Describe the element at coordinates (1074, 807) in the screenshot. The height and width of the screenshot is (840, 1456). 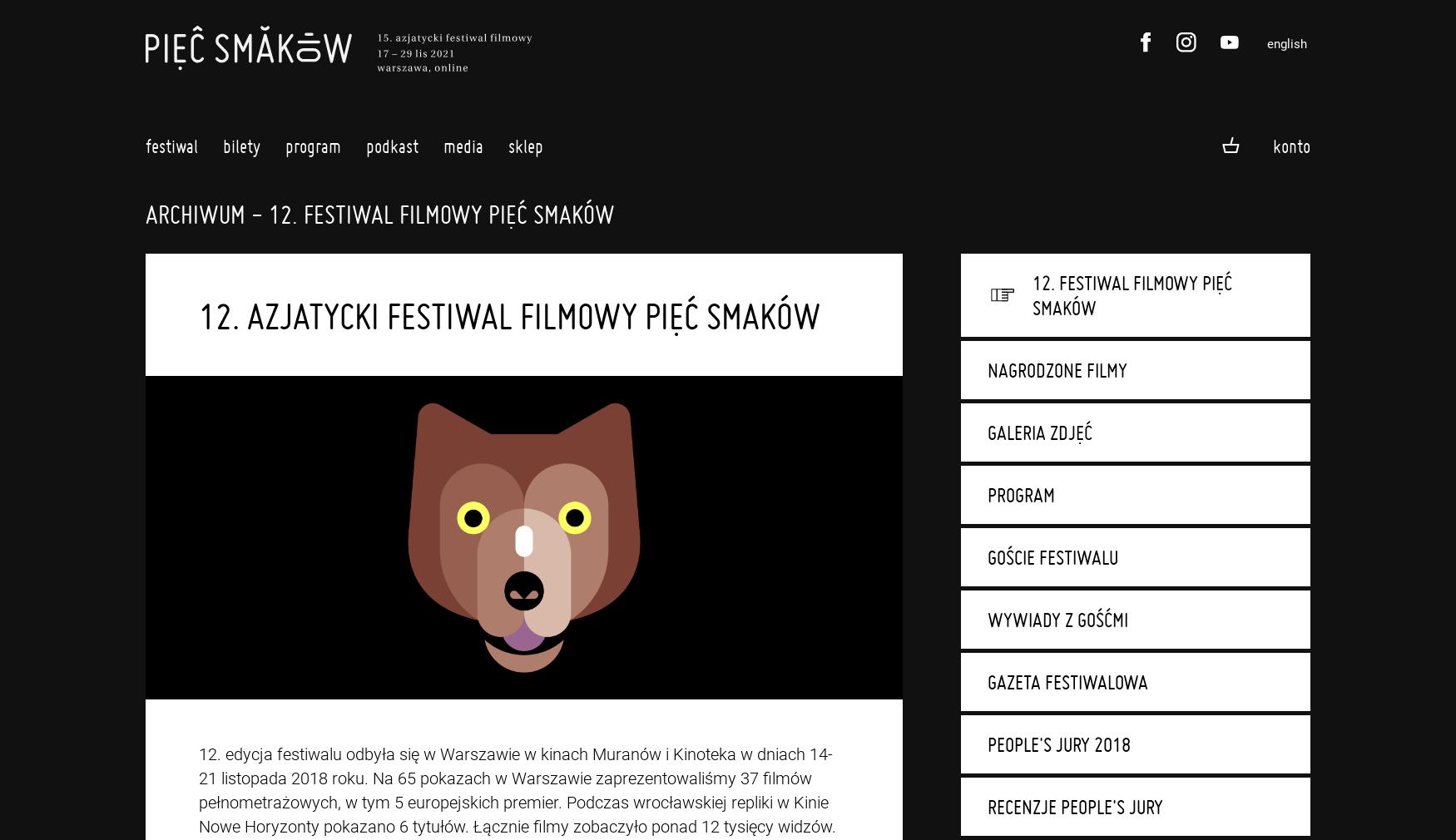
I see `'Recenzje People's Jury'` at that location.